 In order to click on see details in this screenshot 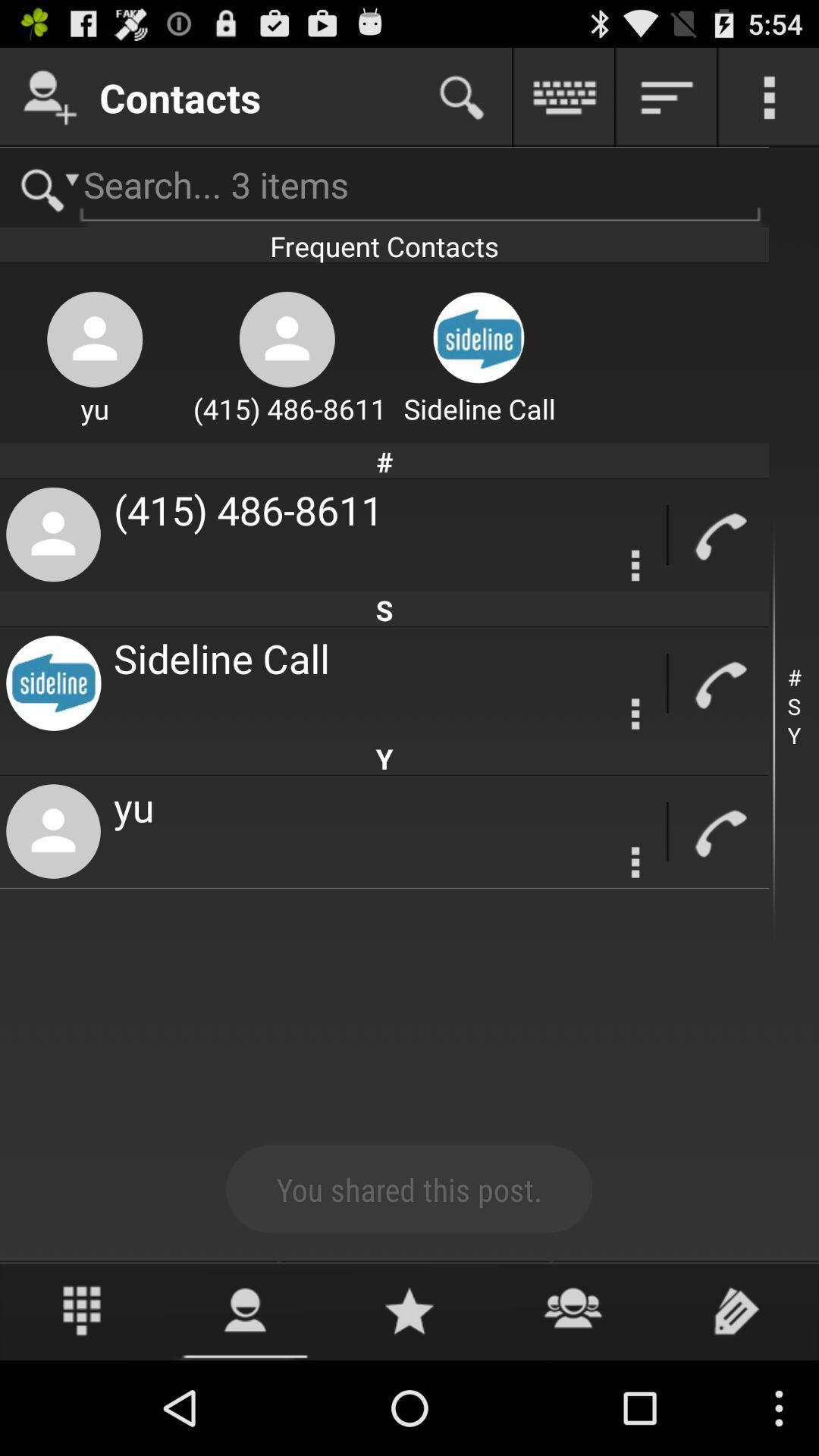, I will do `click(635, 713)`.